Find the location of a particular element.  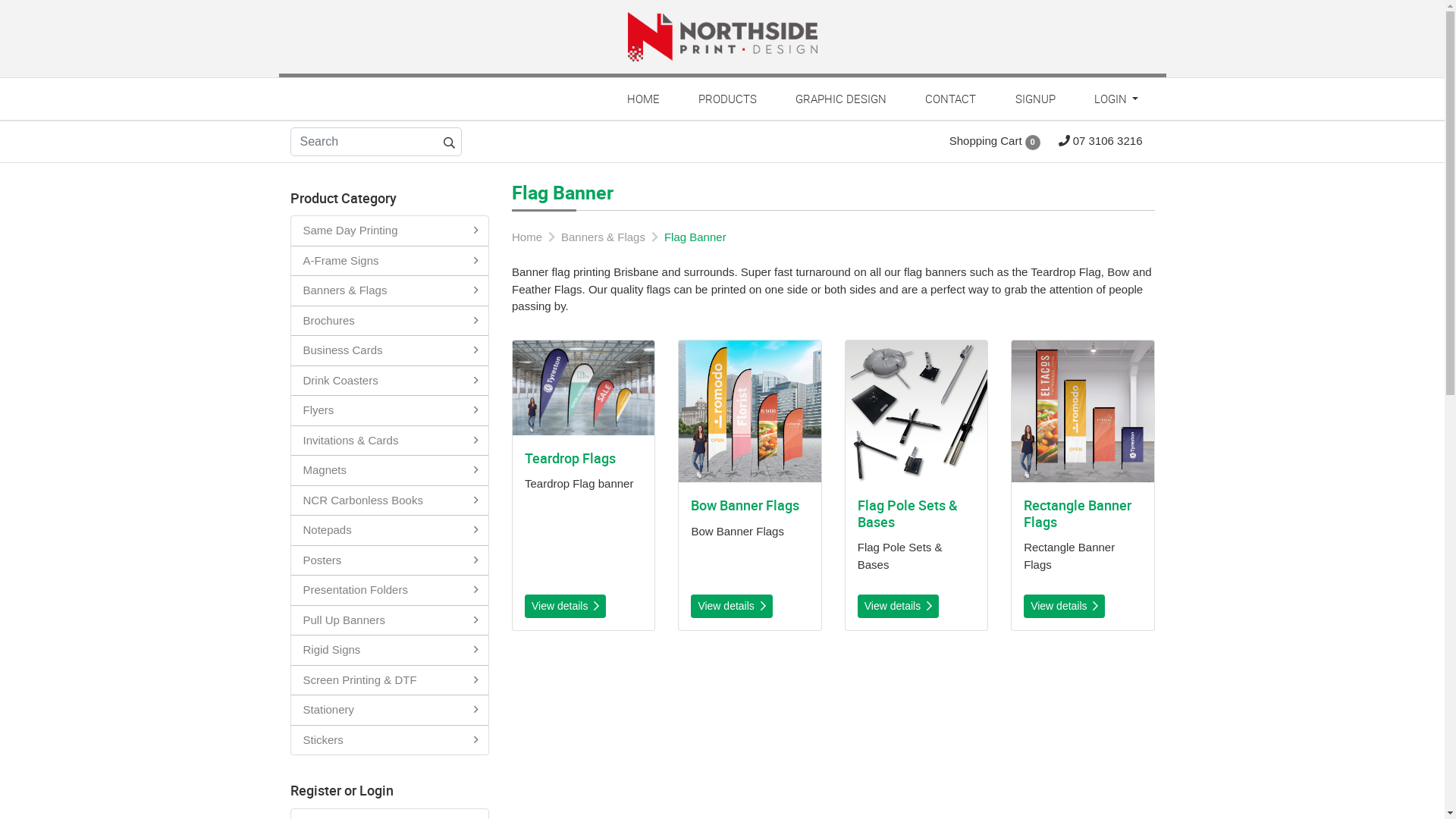

'Stationery' is located at coordinates (390, 710).